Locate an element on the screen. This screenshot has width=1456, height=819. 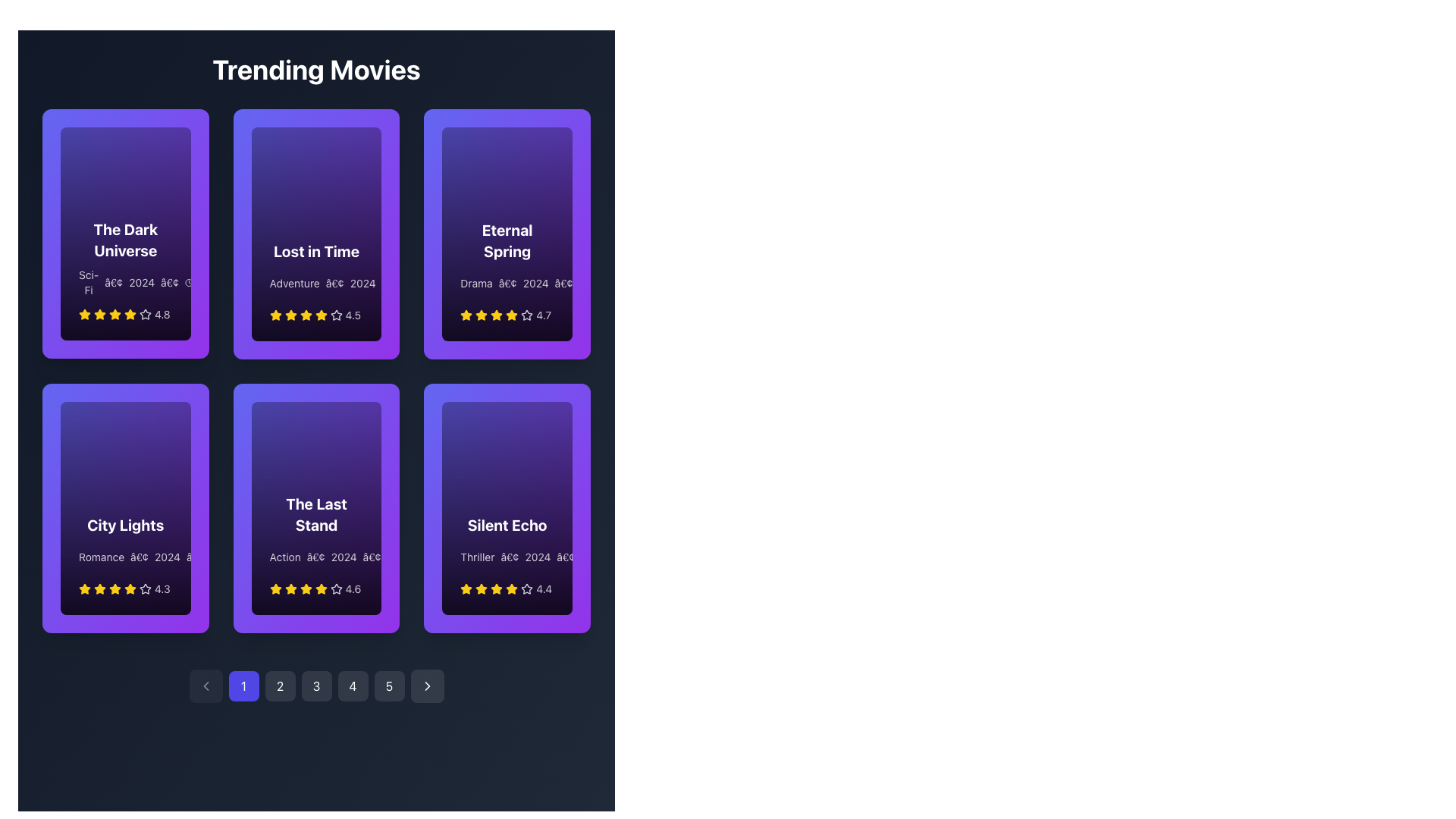
the Rating display element which consists of a row of yellow star icons and a numeric rating value of '4.3' located in the 'City Lights' movie card under the 'Trending Movies' section is located at coordinates (125, 588).